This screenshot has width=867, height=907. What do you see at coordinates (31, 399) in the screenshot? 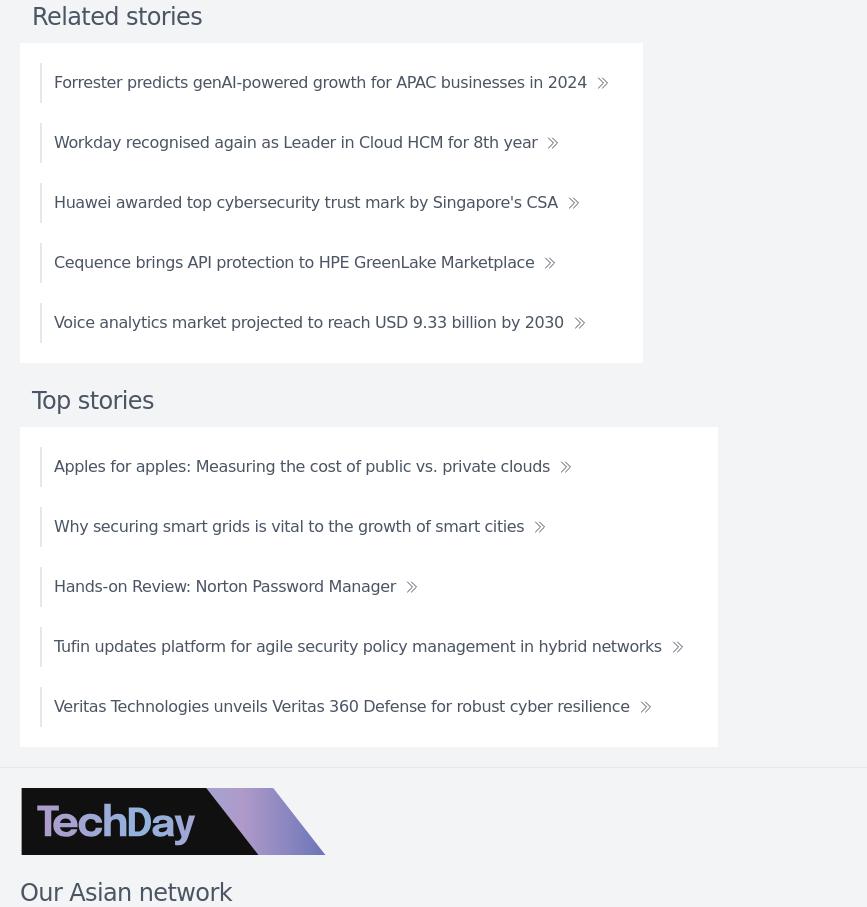
I see `'Top stories'` at bounding box center [31, 399].